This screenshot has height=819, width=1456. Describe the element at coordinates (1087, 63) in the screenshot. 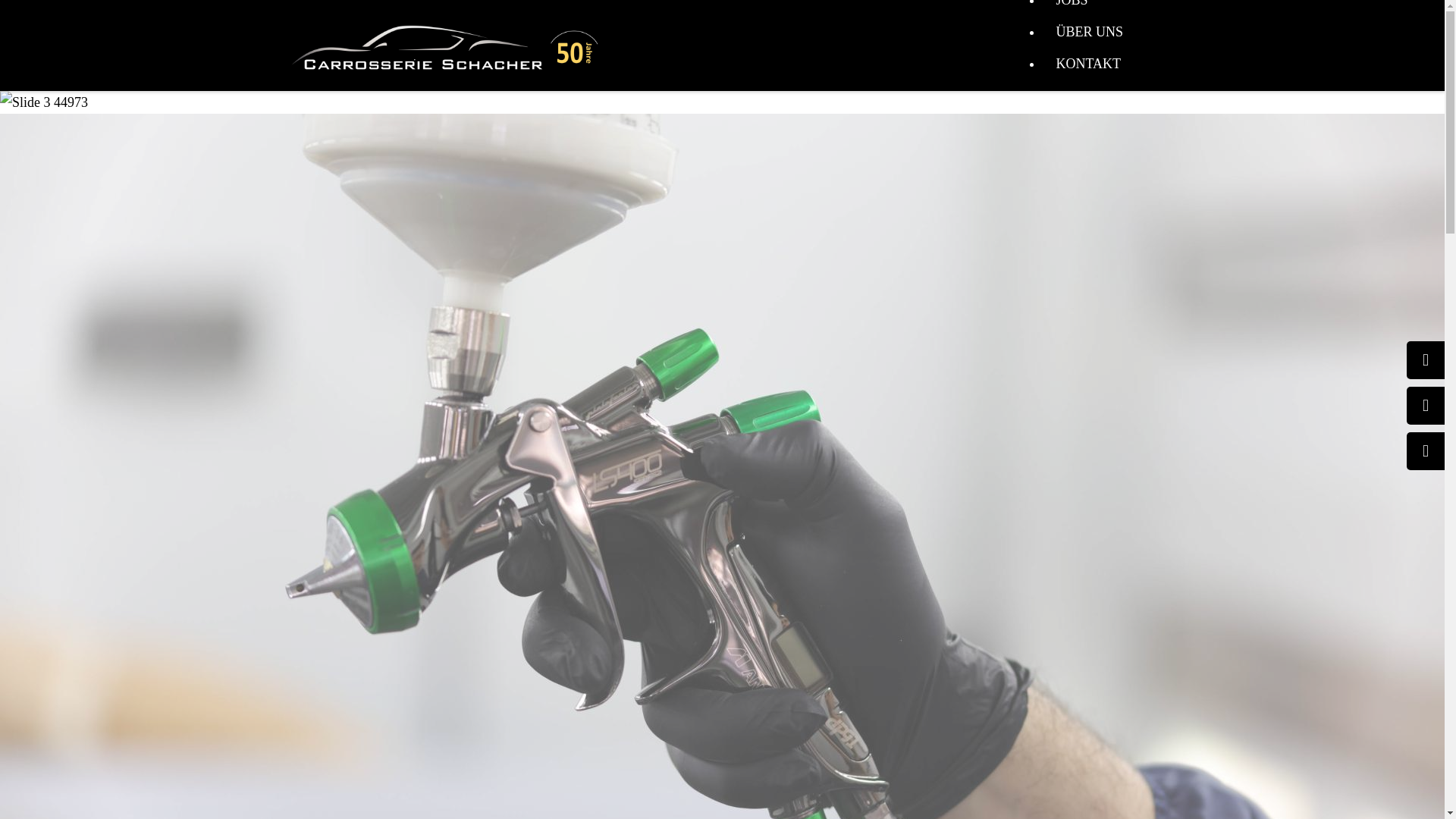

I see `'KONTAKT'` at that location.